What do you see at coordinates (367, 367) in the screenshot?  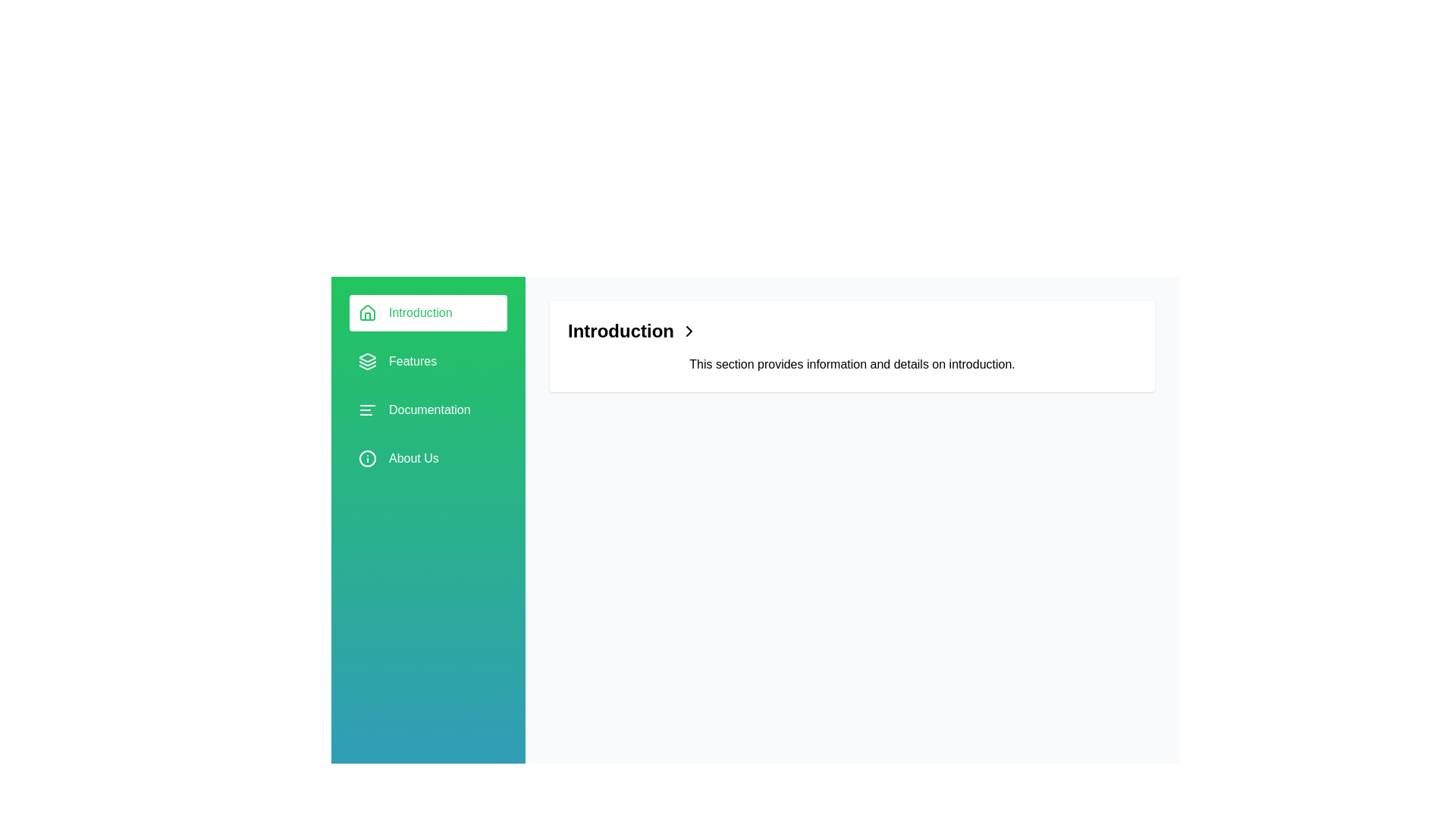 I see `the Decorative SVG Element located within the 'Features' sidebar, which is the bottom layer of three horizontal objects` at bounding box center [367, 367].